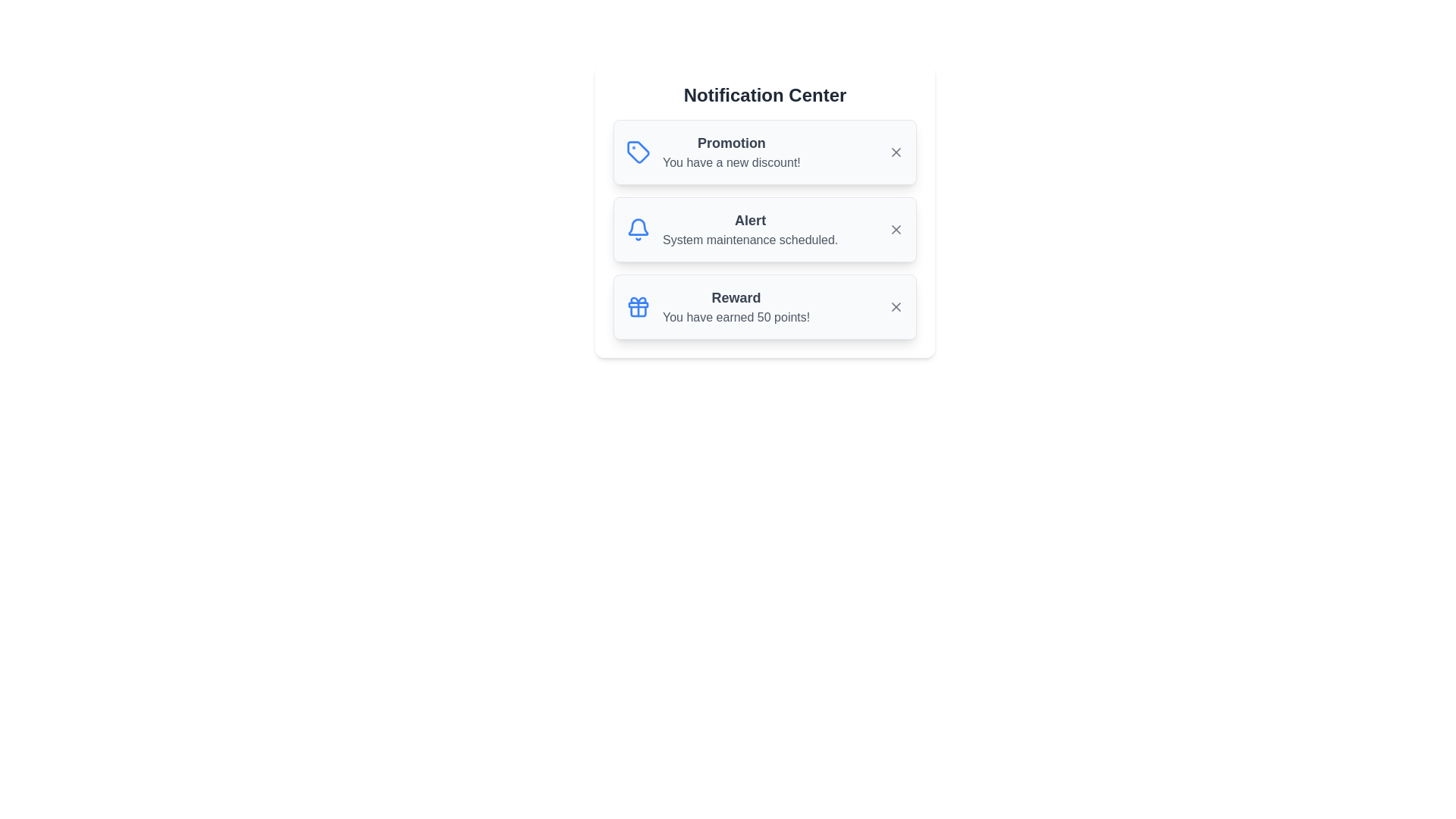 The image size is (1456, 819). What do you see at coordinates (764, 152) in the screenshot?
I see `the Notification card located at the topmost position in the Notification Center, which informs the user about a promotion or discount` at bounding box center [764, 152].